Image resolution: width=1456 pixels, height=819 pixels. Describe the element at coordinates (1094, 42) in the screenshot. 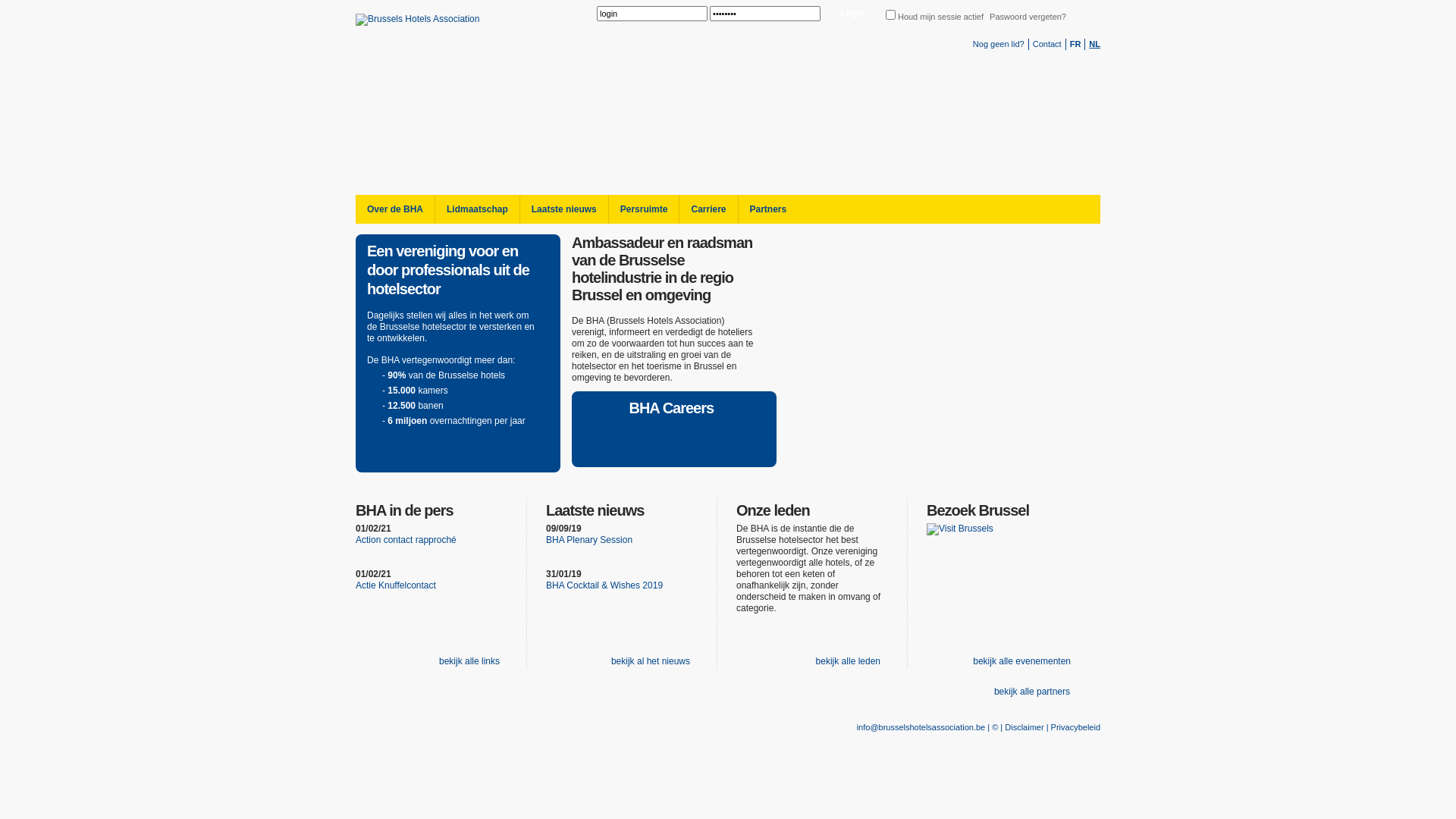

I see `'NL'` at that location.